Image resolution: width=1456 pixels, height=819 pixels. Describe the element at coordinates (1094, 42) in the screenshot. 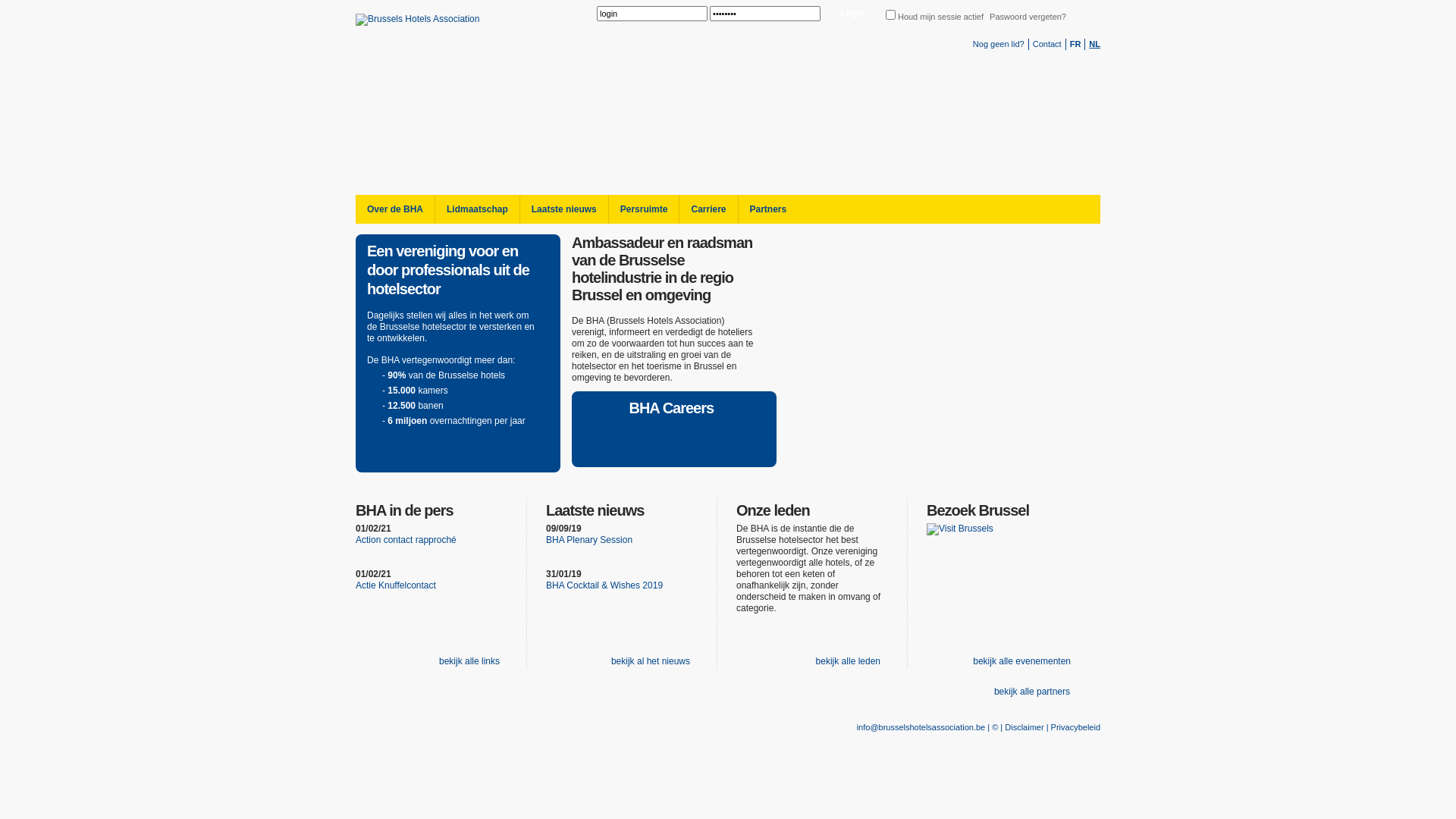

I see `'NL'` at that location.